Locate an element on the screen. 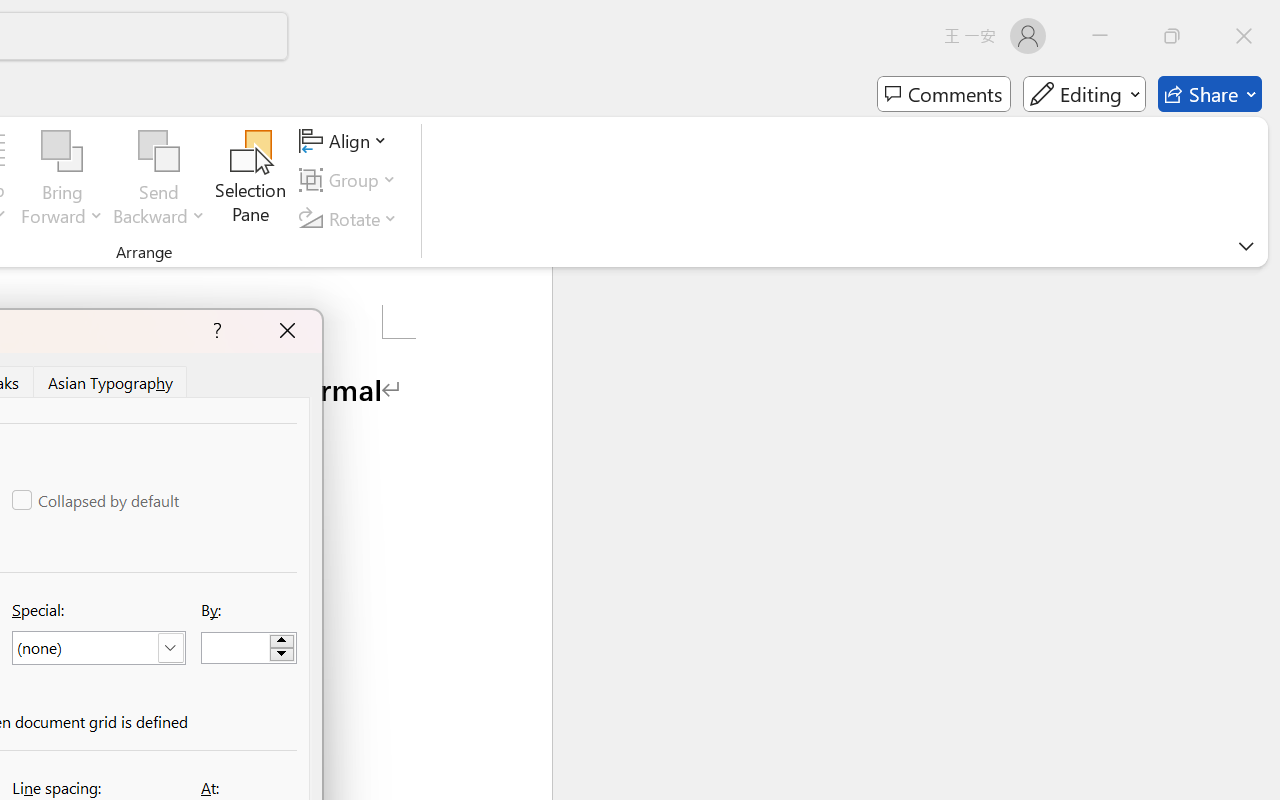 The width and height of the screenshot is (1280, 800). 'Group' is located at coordinates (351, 179).